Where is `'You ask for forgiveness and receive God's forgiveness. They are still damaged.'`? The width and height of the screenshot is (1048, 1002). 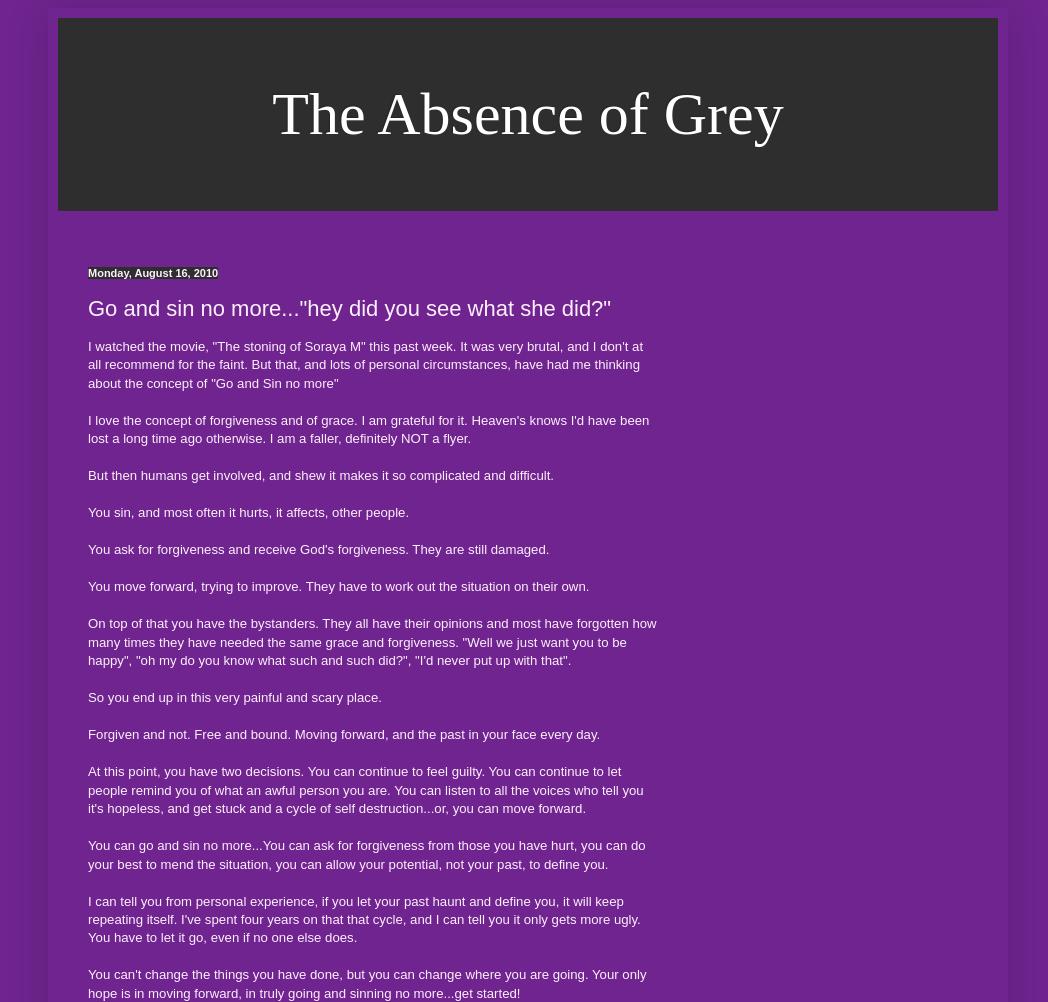
'You ask for forgiveness and receive God's forgiveness. They are still damaged.' is located at coordinates (318, 549).